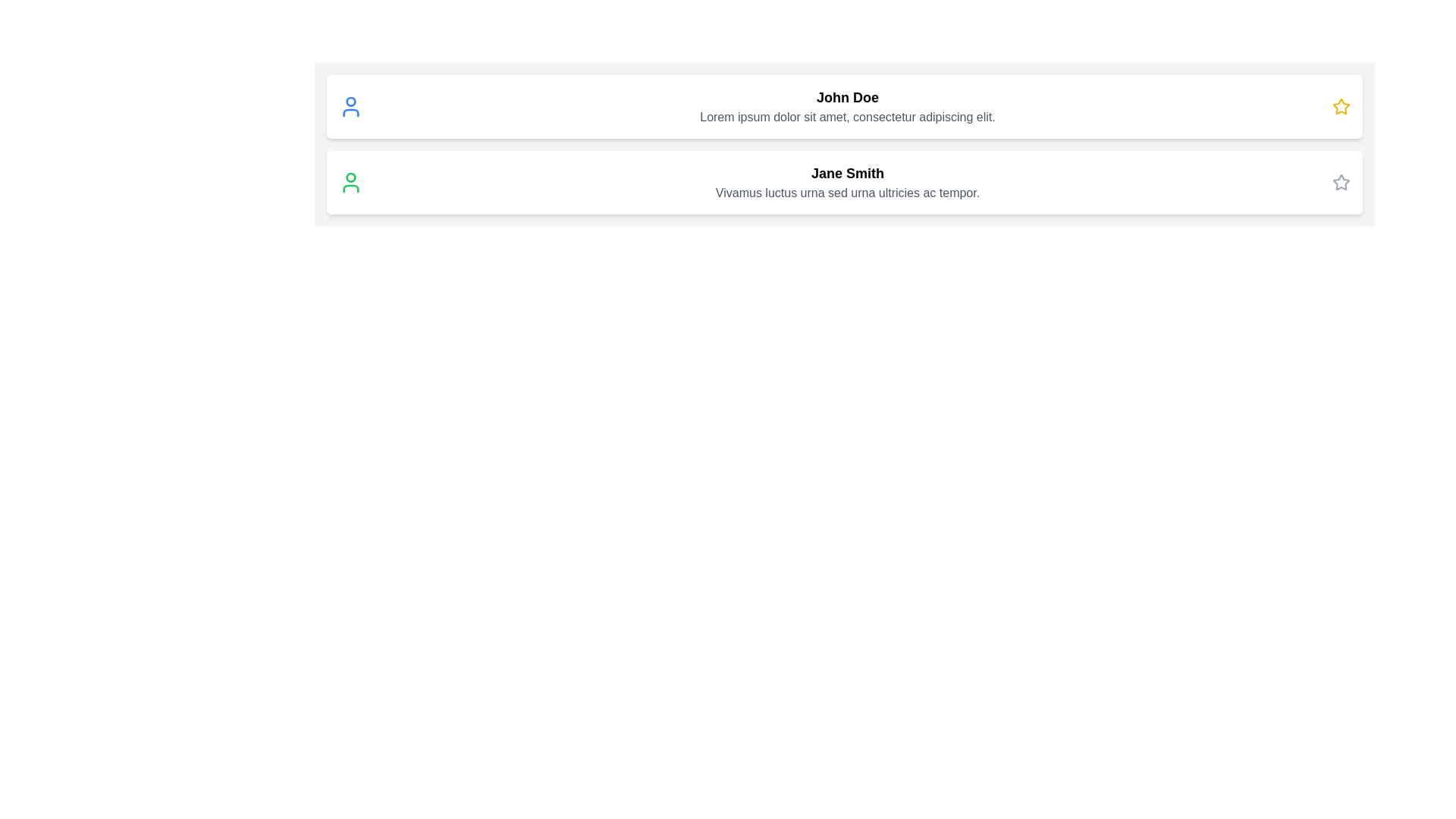 The width and height of the screenshot is (1456, 819). I want to click on the bold text label 'Jane Smith' which is centrally aligned at the top of the section, indicating its importance as a title, so click(847, 172).